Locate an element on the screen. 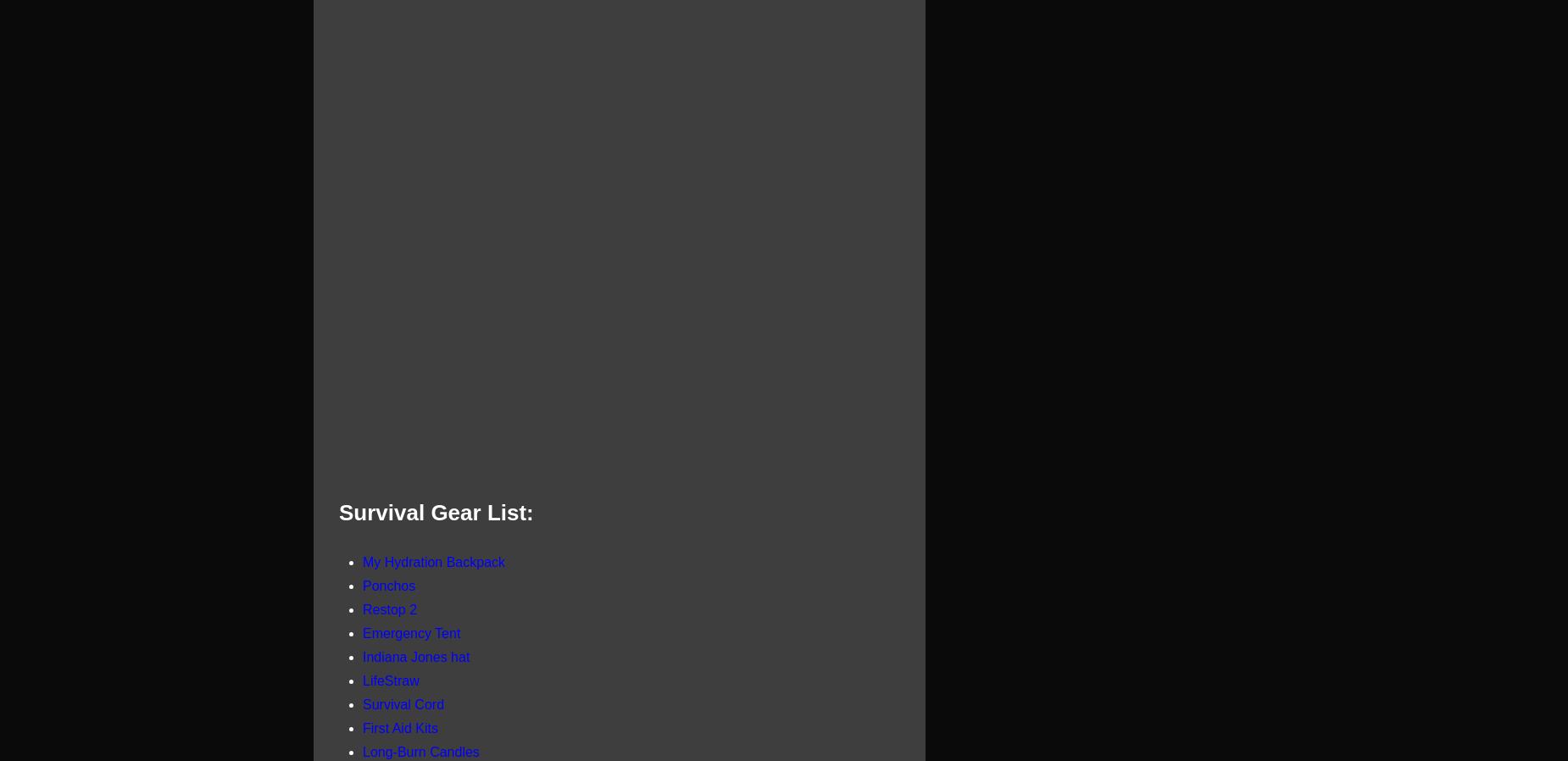  'Long-Burn Candles' is located at coordinates (420, 751).